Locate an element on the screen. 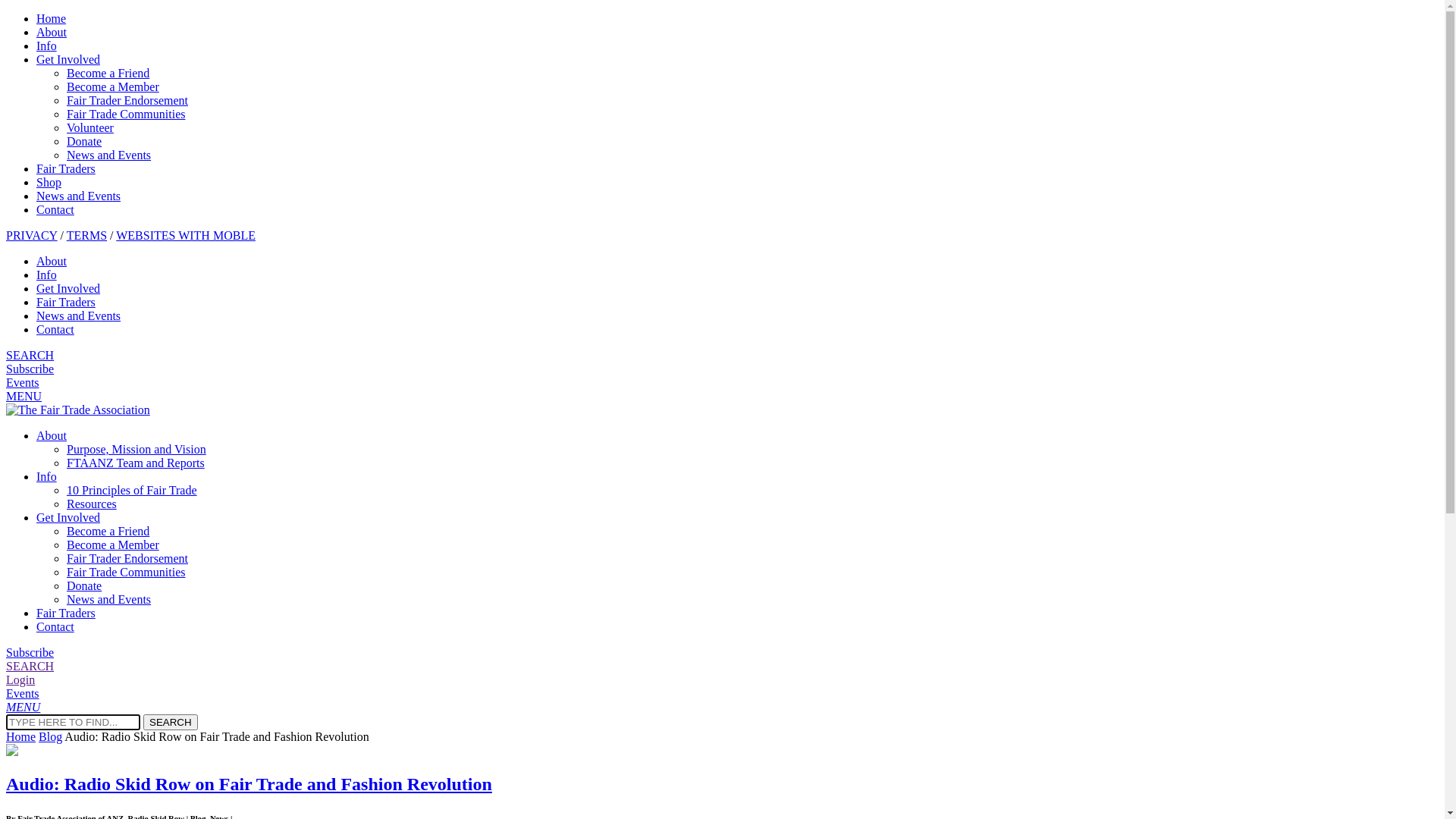 The image size is (1456, 819). 'FTAANZ Team and Reports' is located at coordinates (135, 462).